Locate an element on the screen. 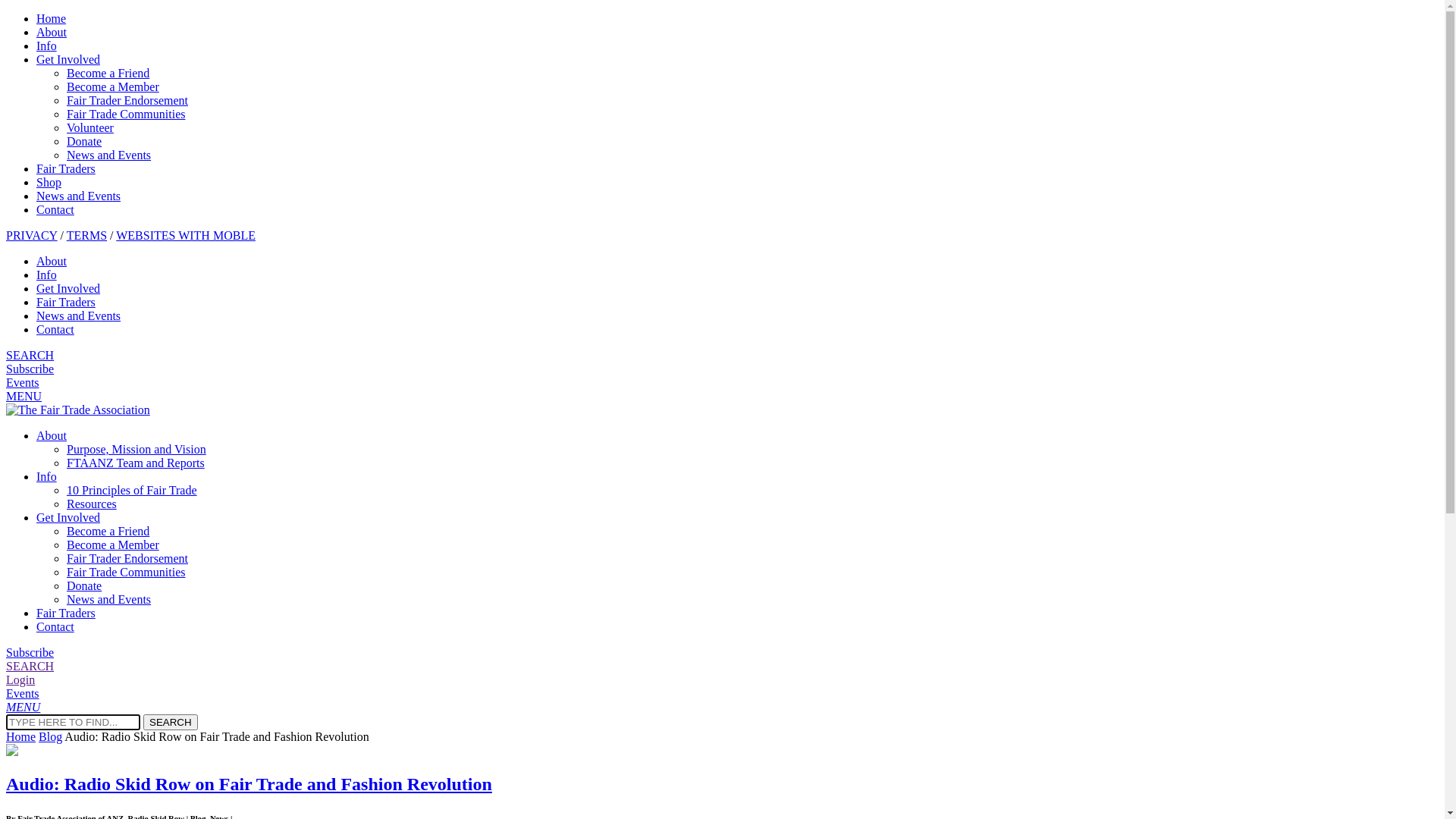 The image size is (1456, 819). 'FTAANZ Team and Reports' is located at coordinates (135, 462).